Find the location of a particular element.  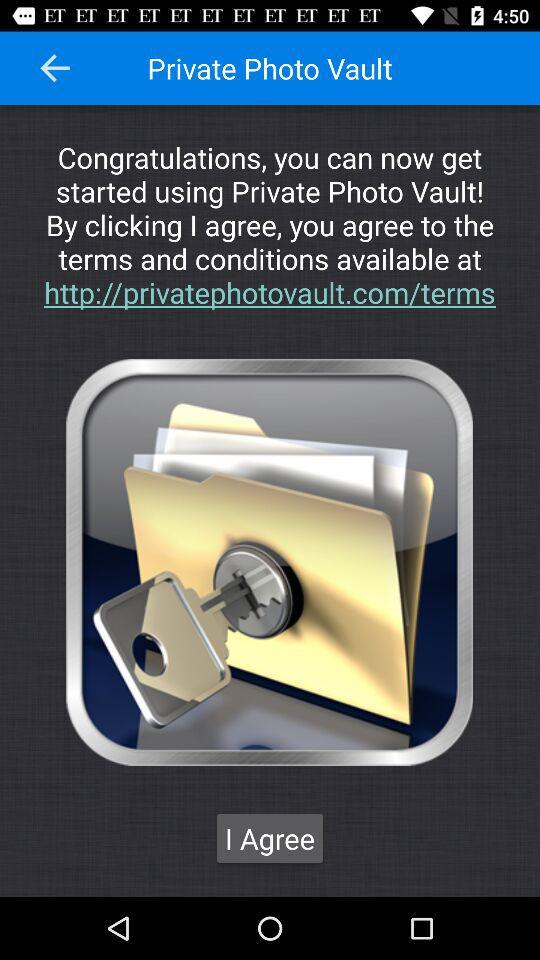

icon at the top left corner is located at coordinates (55, 68).